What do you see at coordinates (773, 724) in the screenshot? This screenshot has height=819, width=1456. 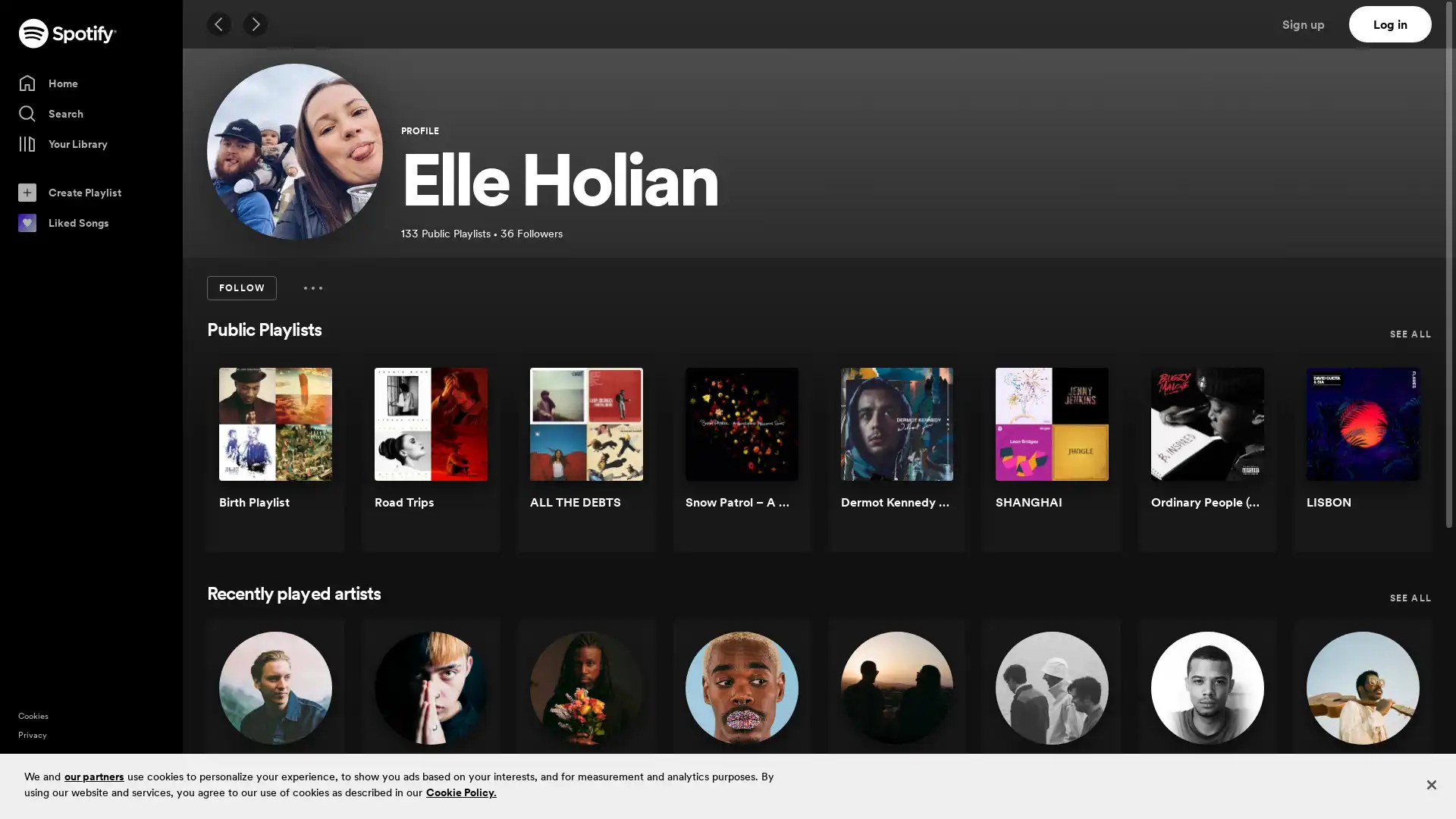 I see `Play Otis Junior` at bounding box center [773, 724].